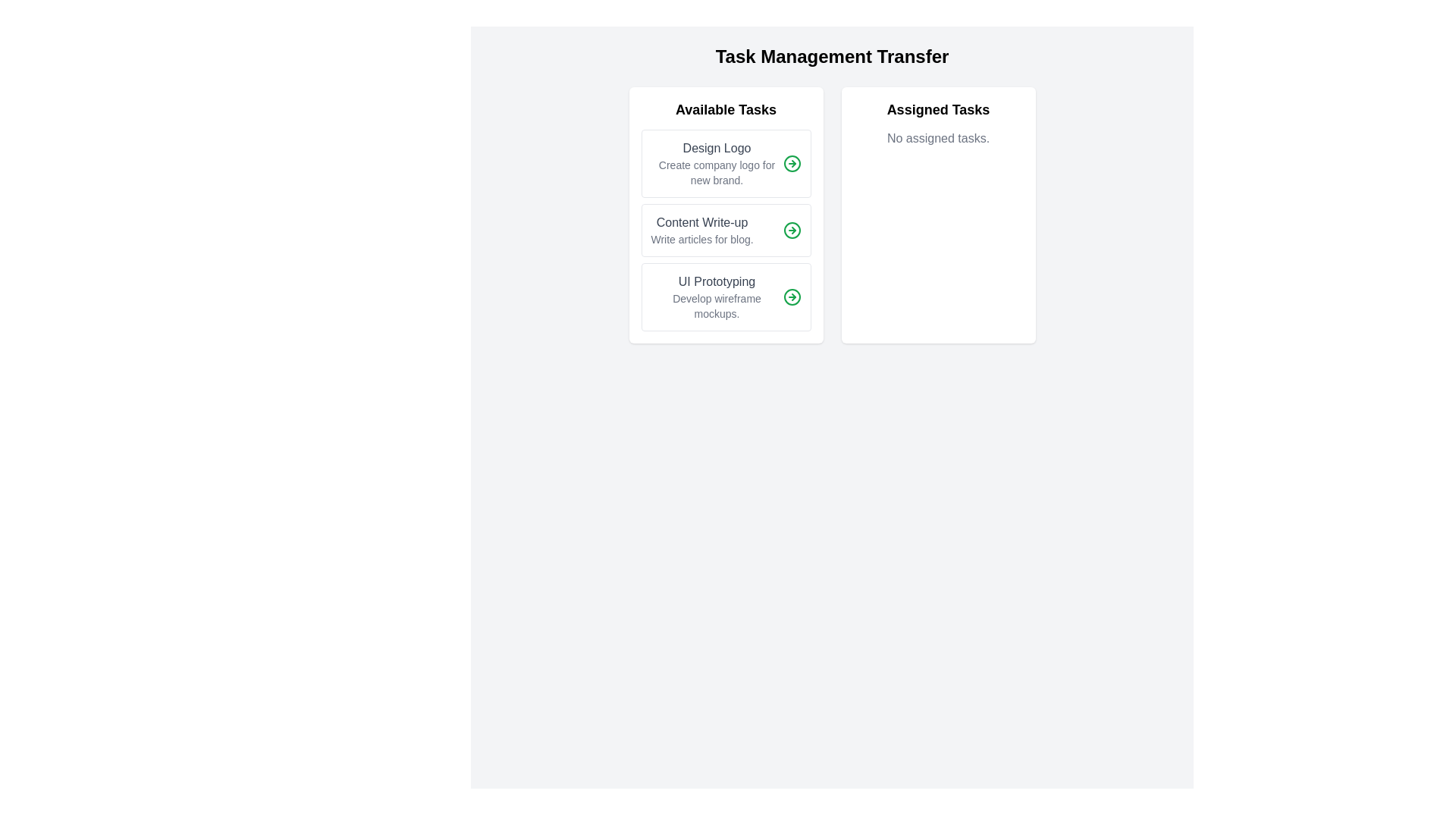 Image resolution: width=1456 pixels, height=819 pixels. Describe the element at coordinates (725, 109) in the screenshot. I see `the text label header 'Available Tasks'` at that location.